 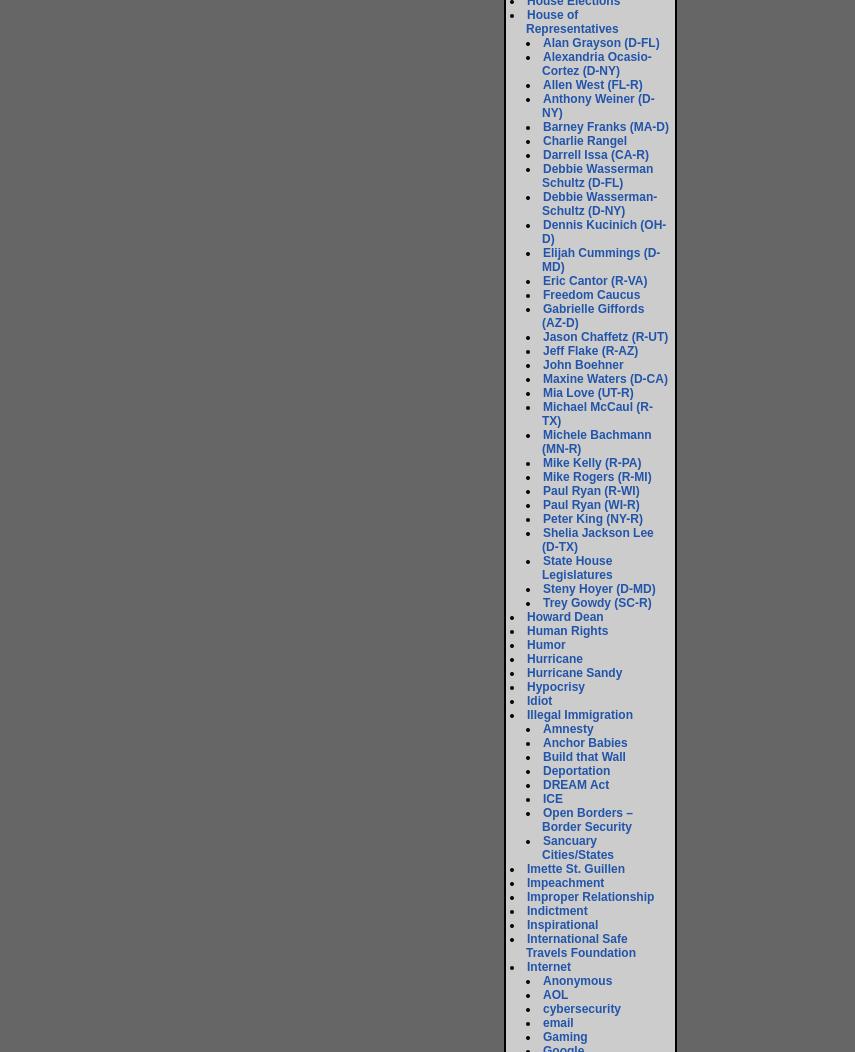 What do you see at coordinates (527, 883) in the screenshot?
I see `'Impeachment'` at bounding box center [527, 883].